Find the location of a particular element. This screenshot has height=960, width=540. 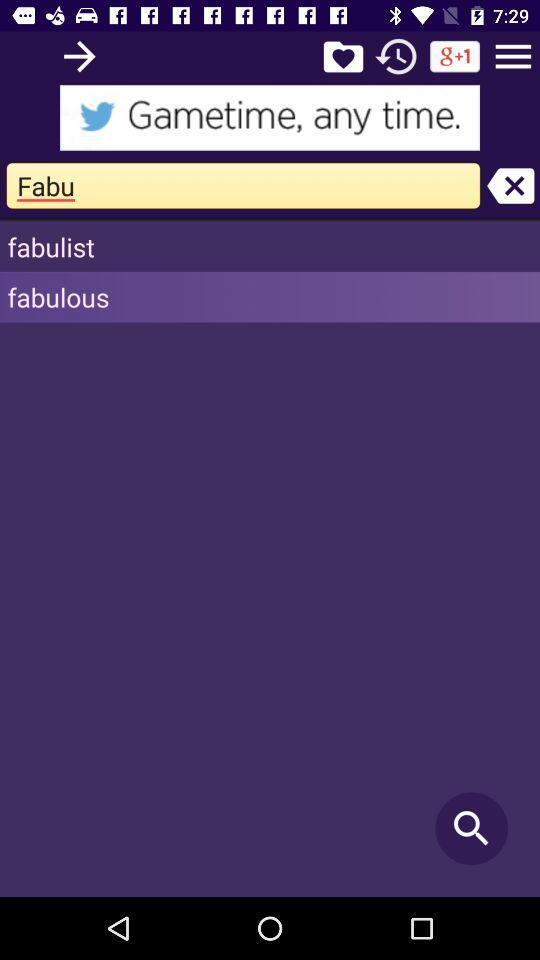

the menu icon is located at coordinates (513, 55).